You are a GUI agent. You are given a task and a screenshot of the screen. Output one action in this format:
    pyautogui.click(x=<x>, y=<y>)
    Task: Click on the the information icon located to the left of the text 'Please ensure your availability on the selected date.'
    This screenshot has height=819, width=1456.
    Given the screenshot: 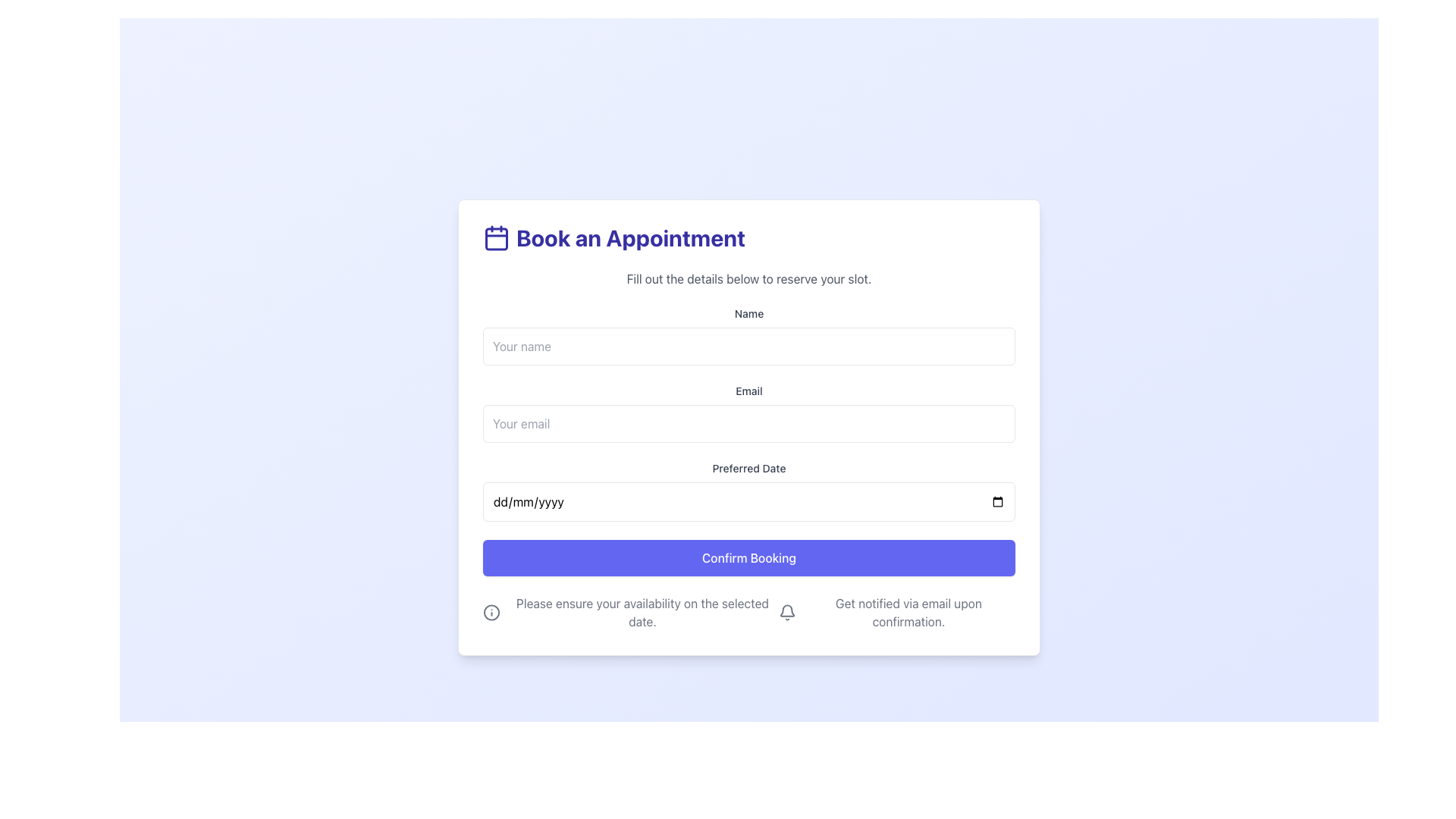 What is the action you would take?
    pyautogui.click(x=491, y=611)
    